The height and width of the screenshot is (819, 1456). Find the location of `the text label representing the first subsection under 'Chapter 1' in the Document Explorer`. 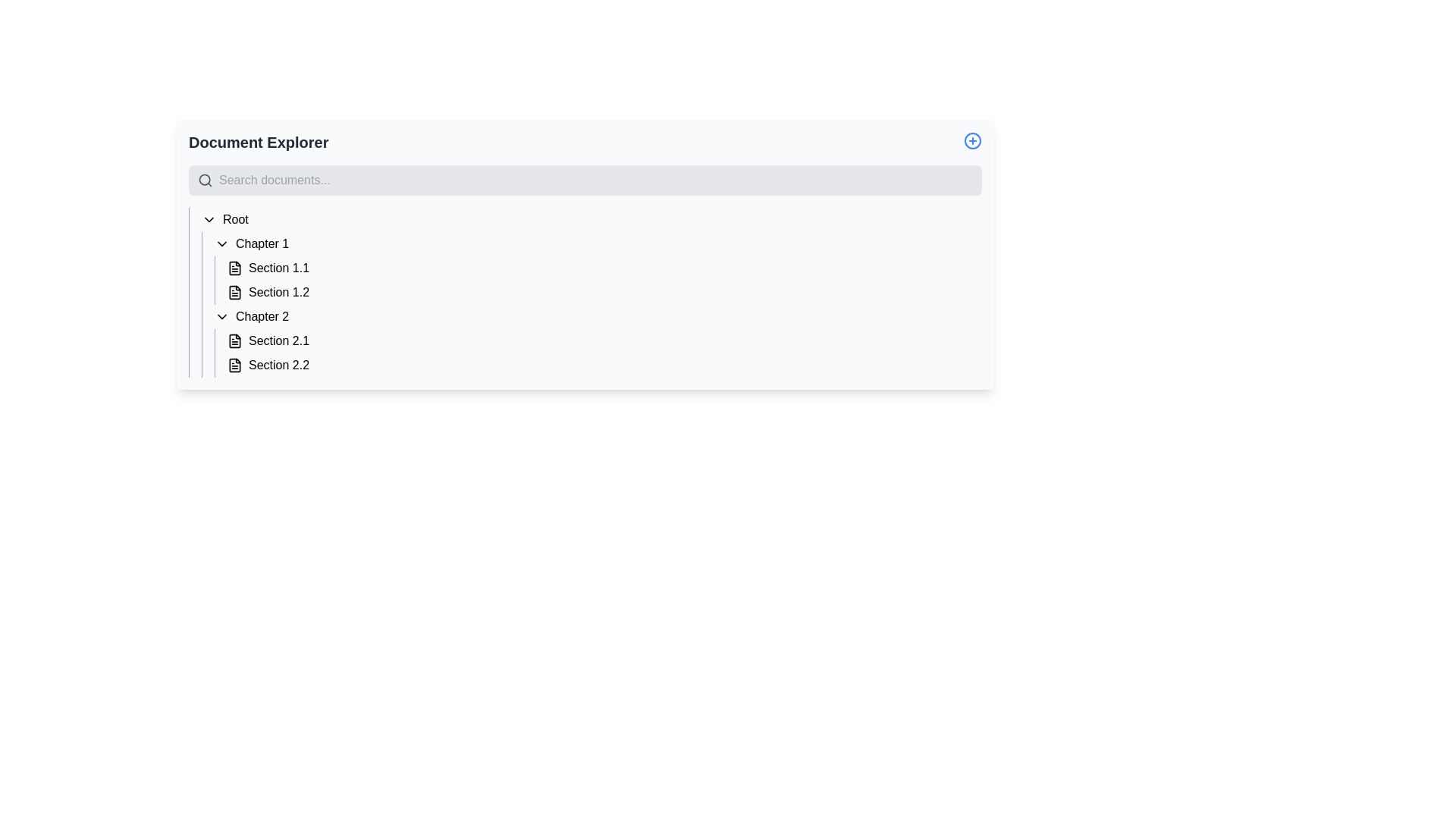

the text label representing the first subsection under 'Chapter 1' in the Document Explorer is located at coordinates (279, 268).